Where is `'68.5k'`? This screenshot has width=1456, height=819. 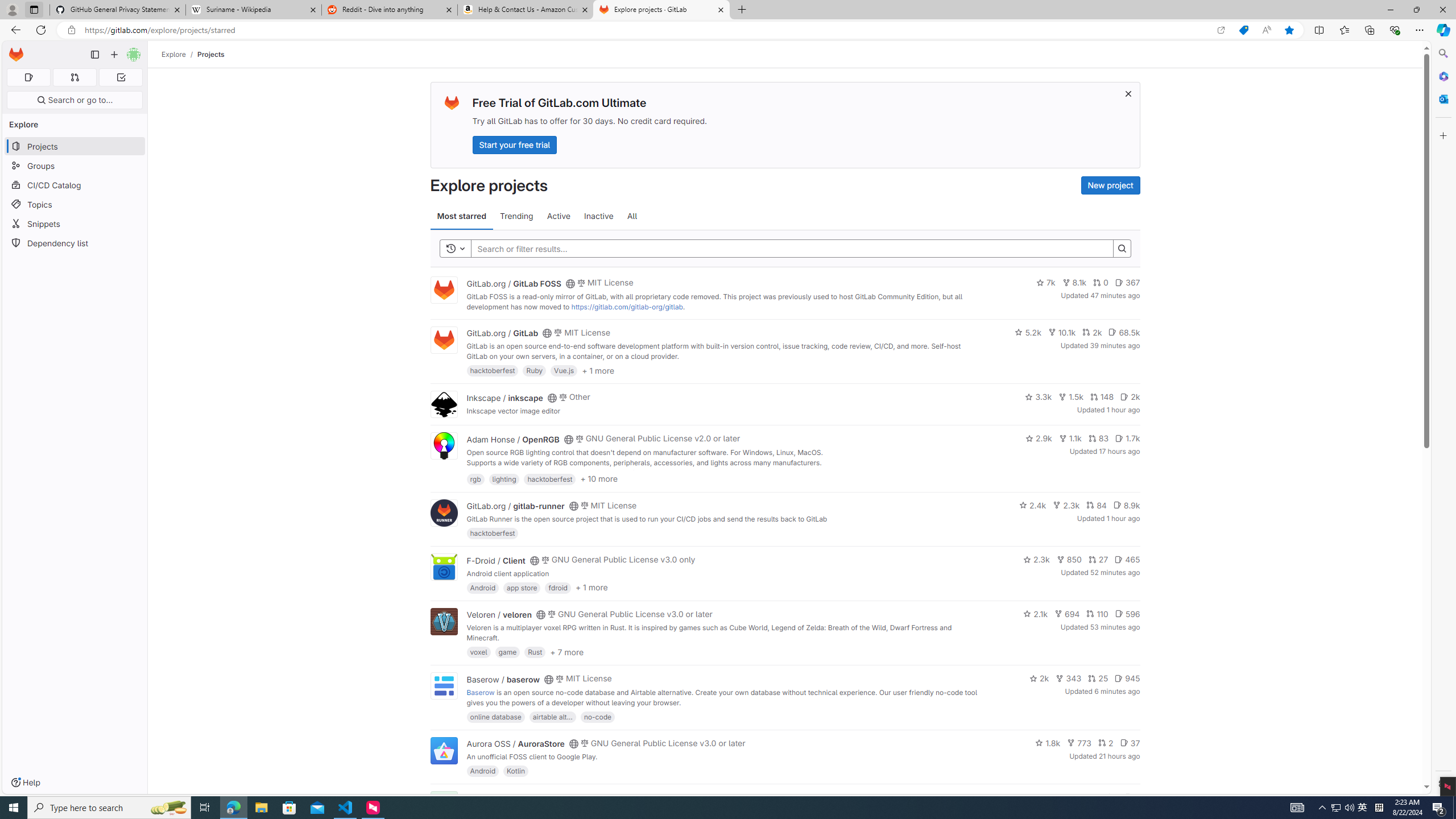 '68.5k' is located at coordinates (1124, 331).